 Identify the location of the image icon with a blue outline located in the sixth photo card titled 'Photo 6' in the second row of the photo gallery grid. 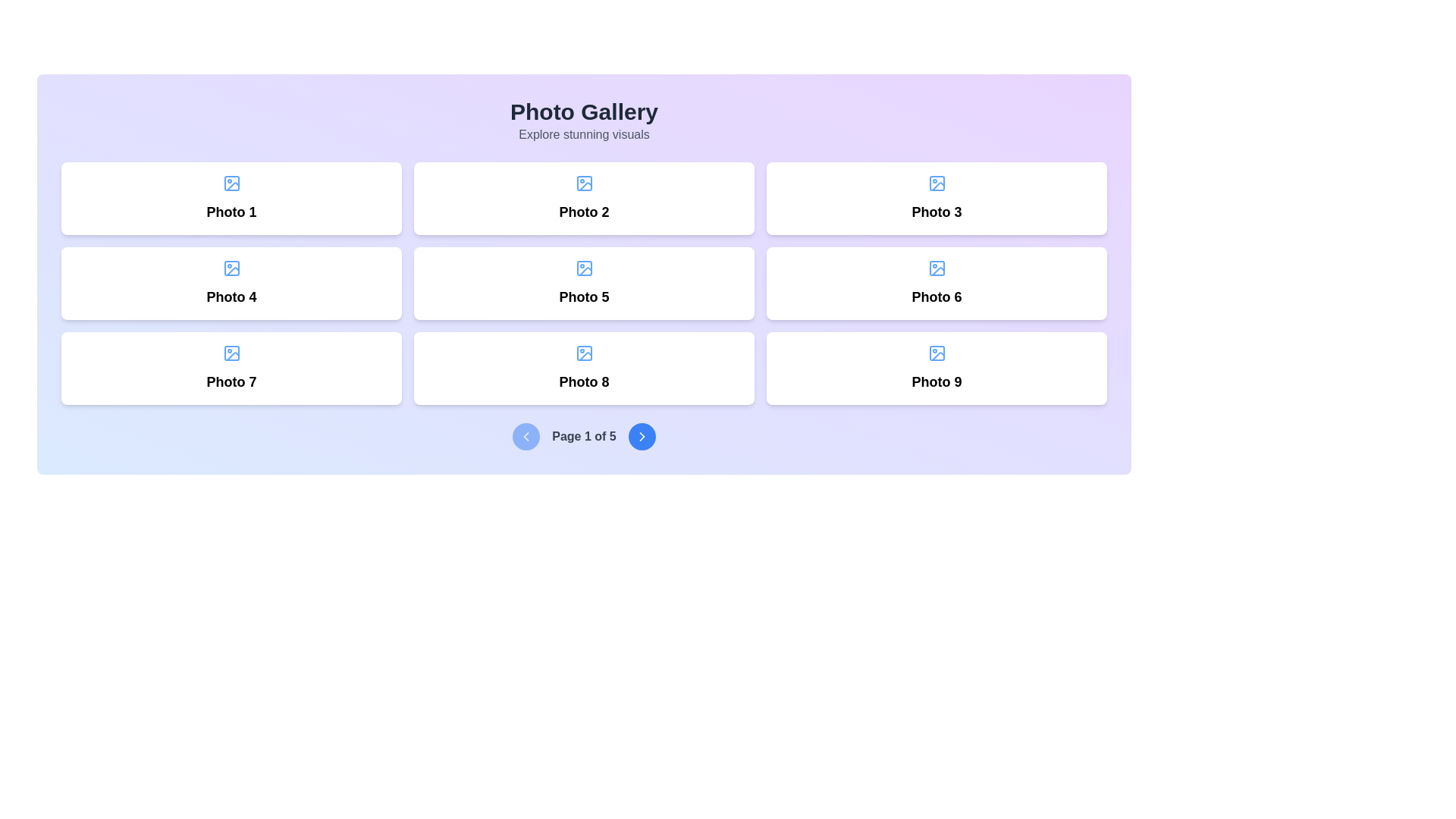
(936, 268).